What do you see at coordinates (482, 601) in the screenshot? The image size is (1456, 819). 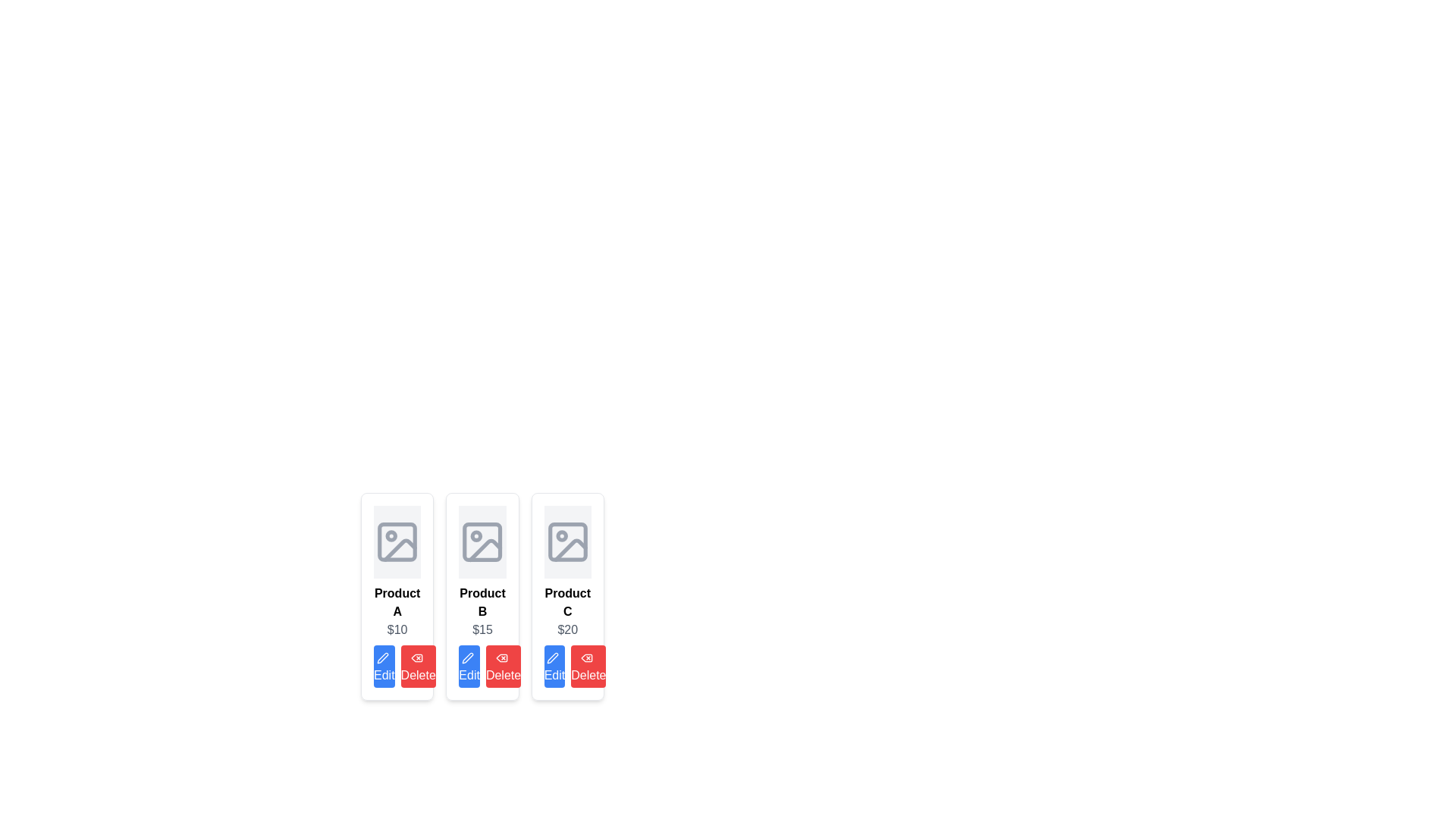 I see `text label displaying the name of the product, which is the title of the middle card in a row of three product cards, located beneath the product image and above the price and action buttons` at bounding box center [482, 601].